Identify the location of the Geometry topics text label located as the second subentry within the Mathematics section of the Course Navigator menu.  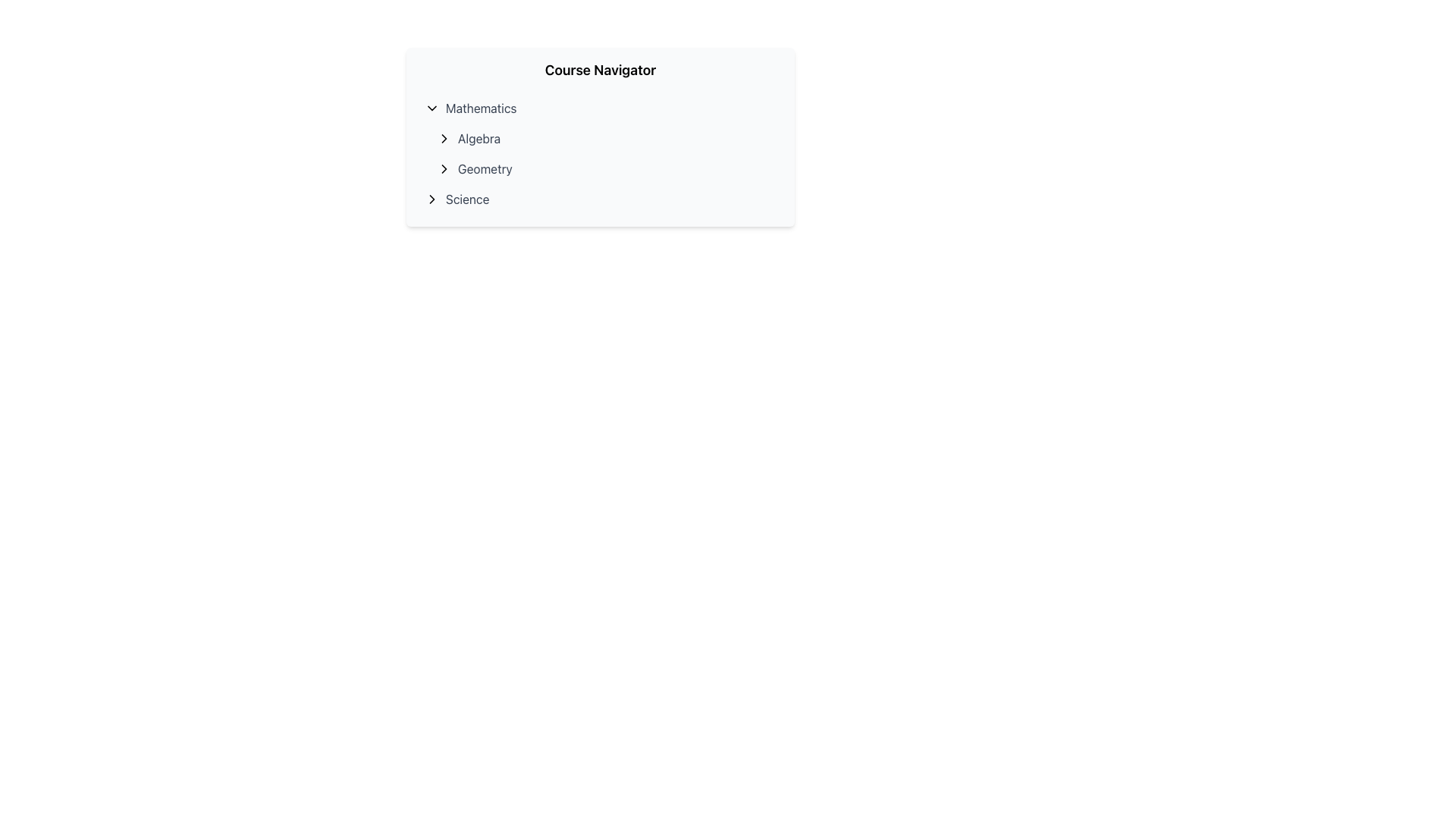
(484, 169).